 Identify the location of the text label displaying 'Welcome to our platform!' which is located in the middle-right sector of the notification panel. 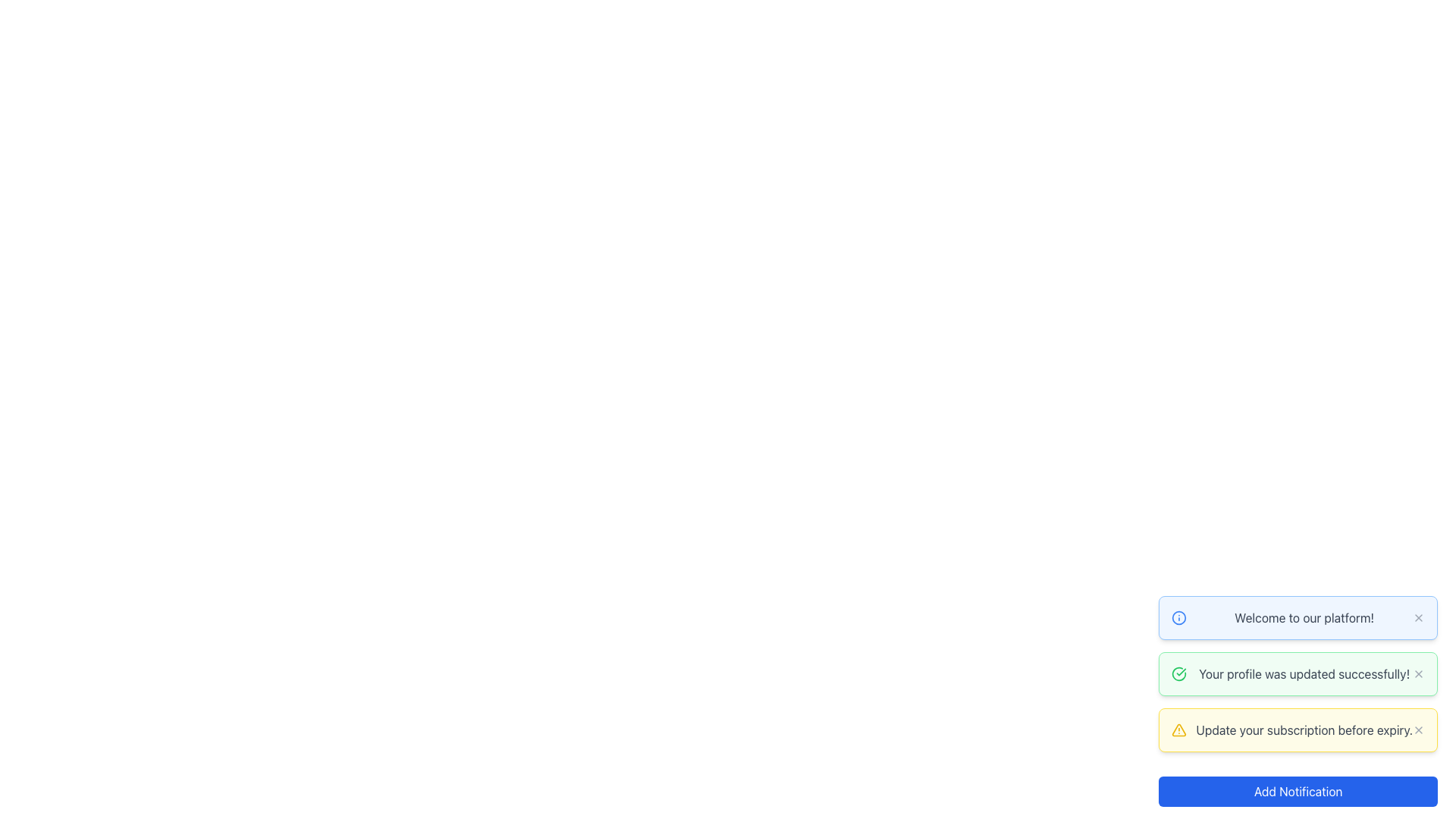
(1304, 617).